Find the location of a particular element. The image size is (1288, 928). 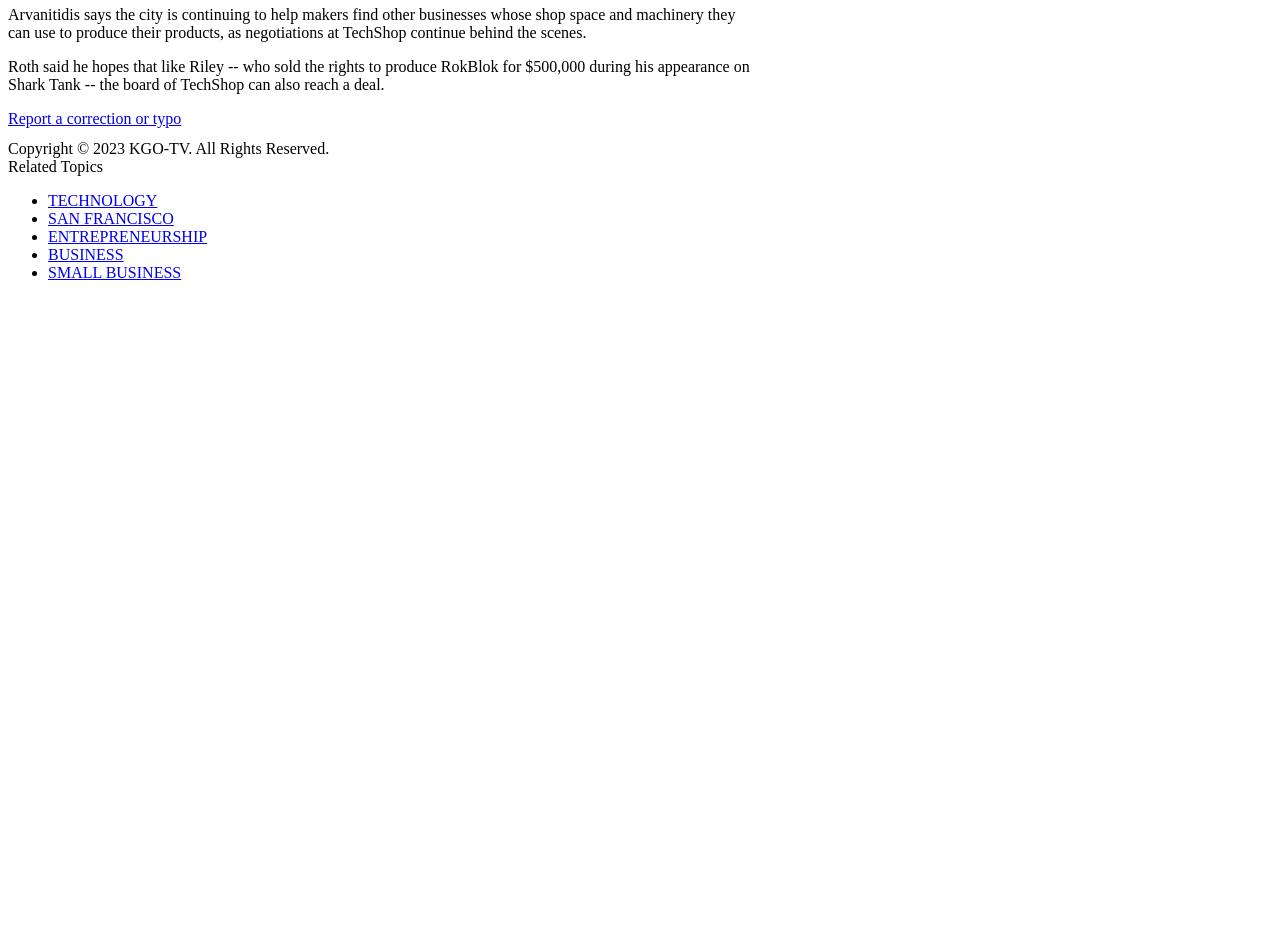

'Report a correction or typo' is located at coordinates (7, 118).